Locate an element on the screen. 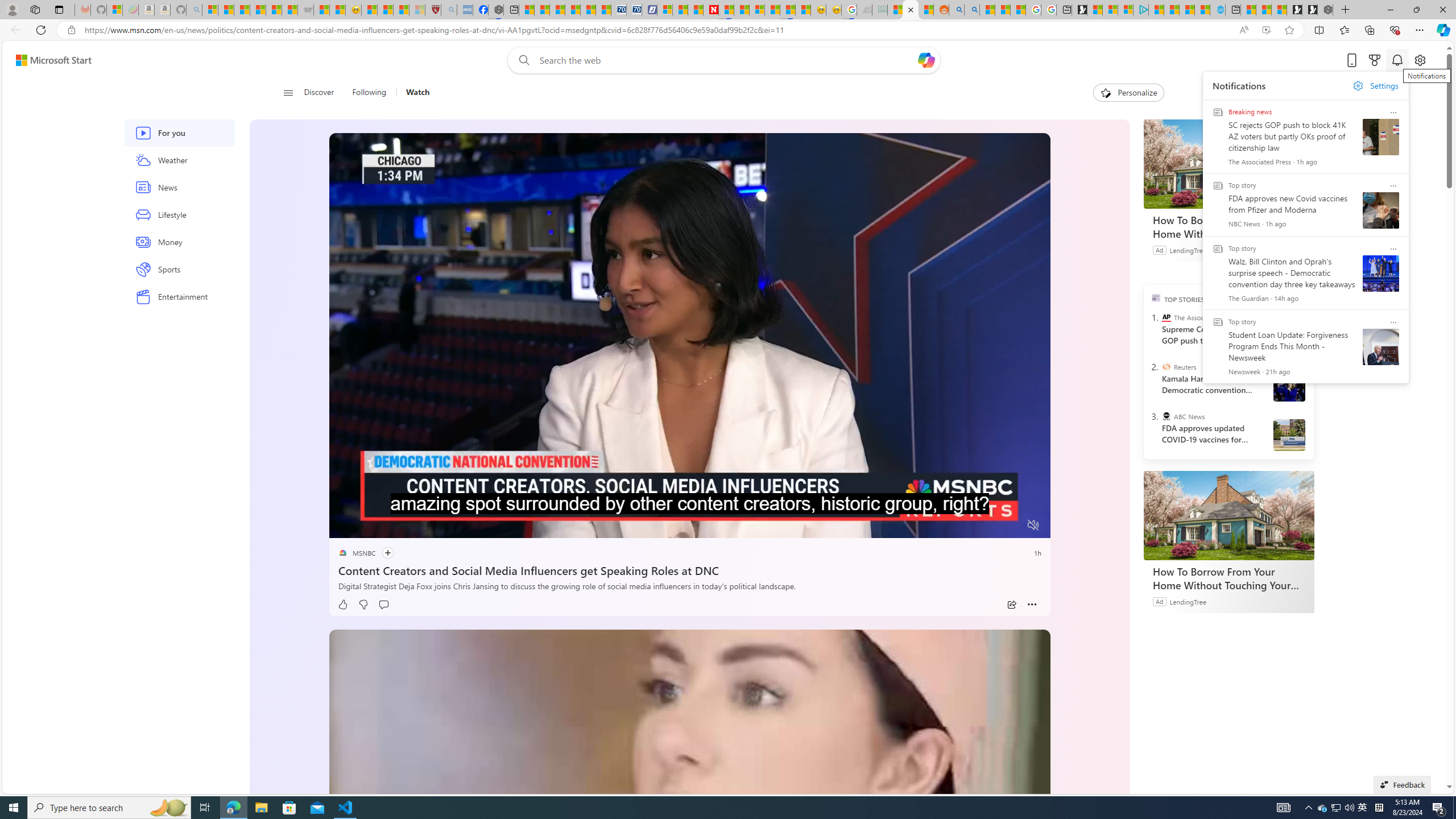 The width and height of the screenshot is (1456, 819). 'Watch' is located at coordinates (412, 92).